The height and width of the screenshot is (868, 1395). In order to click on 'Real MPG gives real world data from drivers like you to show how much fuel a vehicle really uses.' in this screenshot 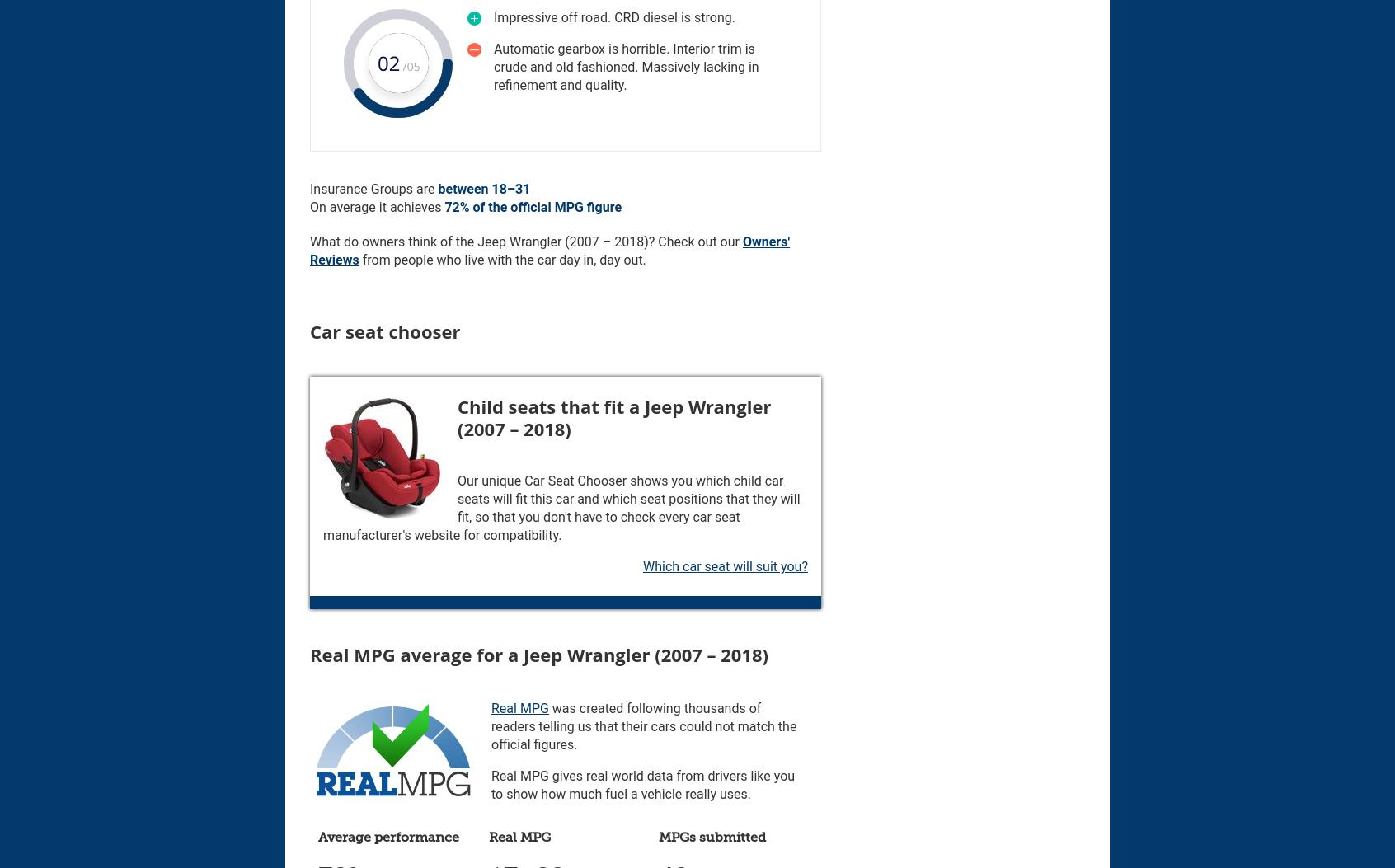, I will do `click(643, 784)`.